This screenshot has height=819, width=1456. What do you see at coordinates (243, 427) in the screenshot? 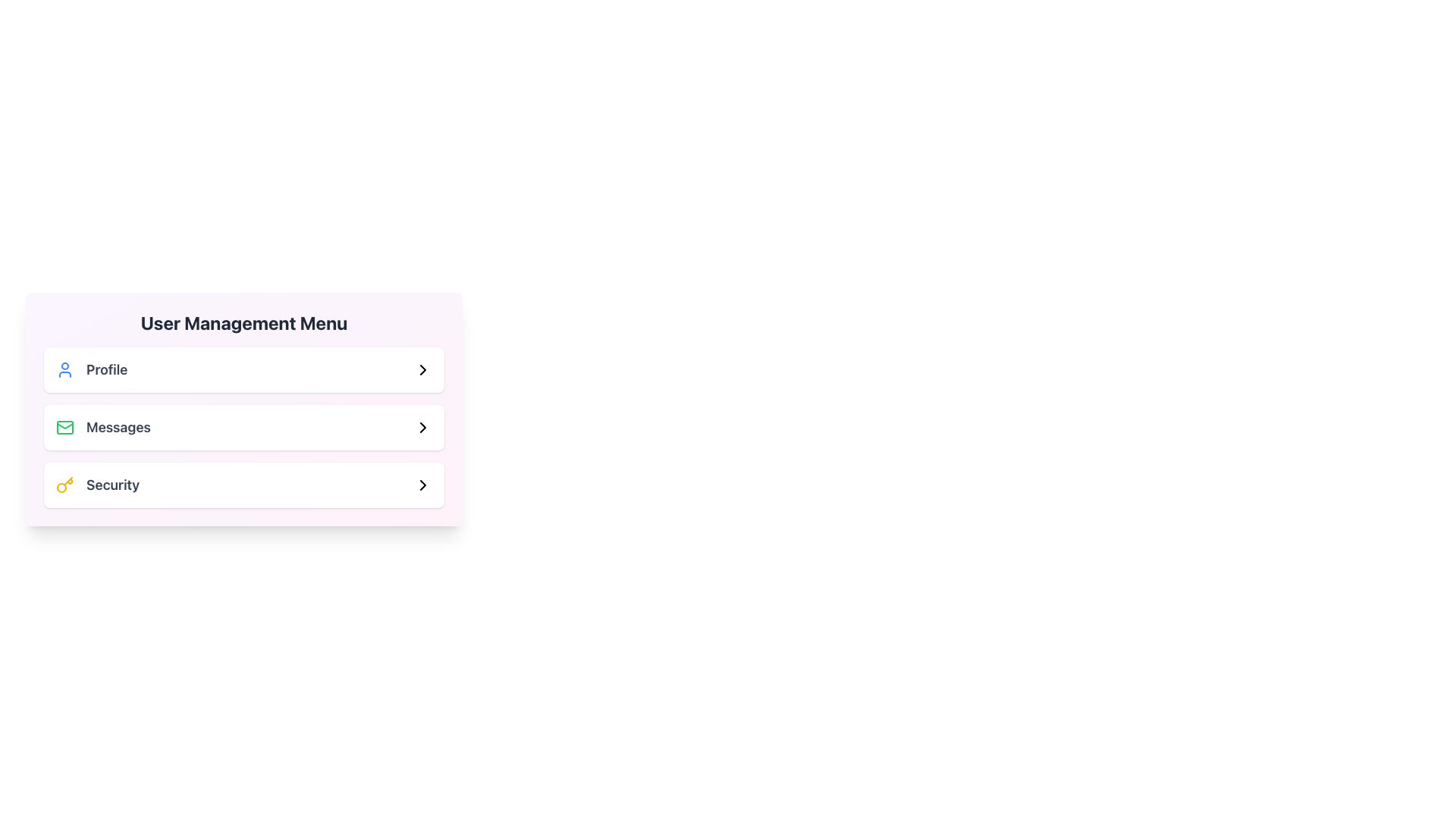
I see `the 'Messages' menu item in the User Management Menu` at bounding box center [243, 427].